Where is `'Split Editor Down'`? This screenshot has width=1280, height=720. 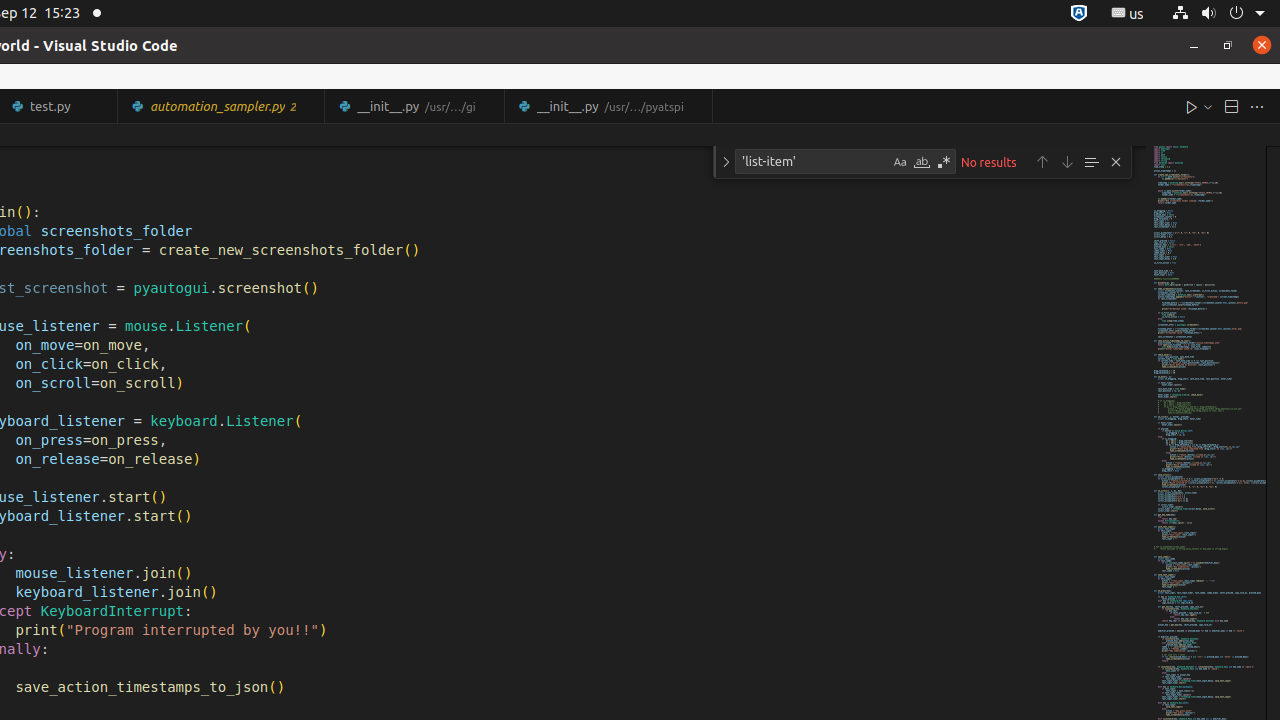
'Split Editor Down' is located at coordinates (1229, 106).